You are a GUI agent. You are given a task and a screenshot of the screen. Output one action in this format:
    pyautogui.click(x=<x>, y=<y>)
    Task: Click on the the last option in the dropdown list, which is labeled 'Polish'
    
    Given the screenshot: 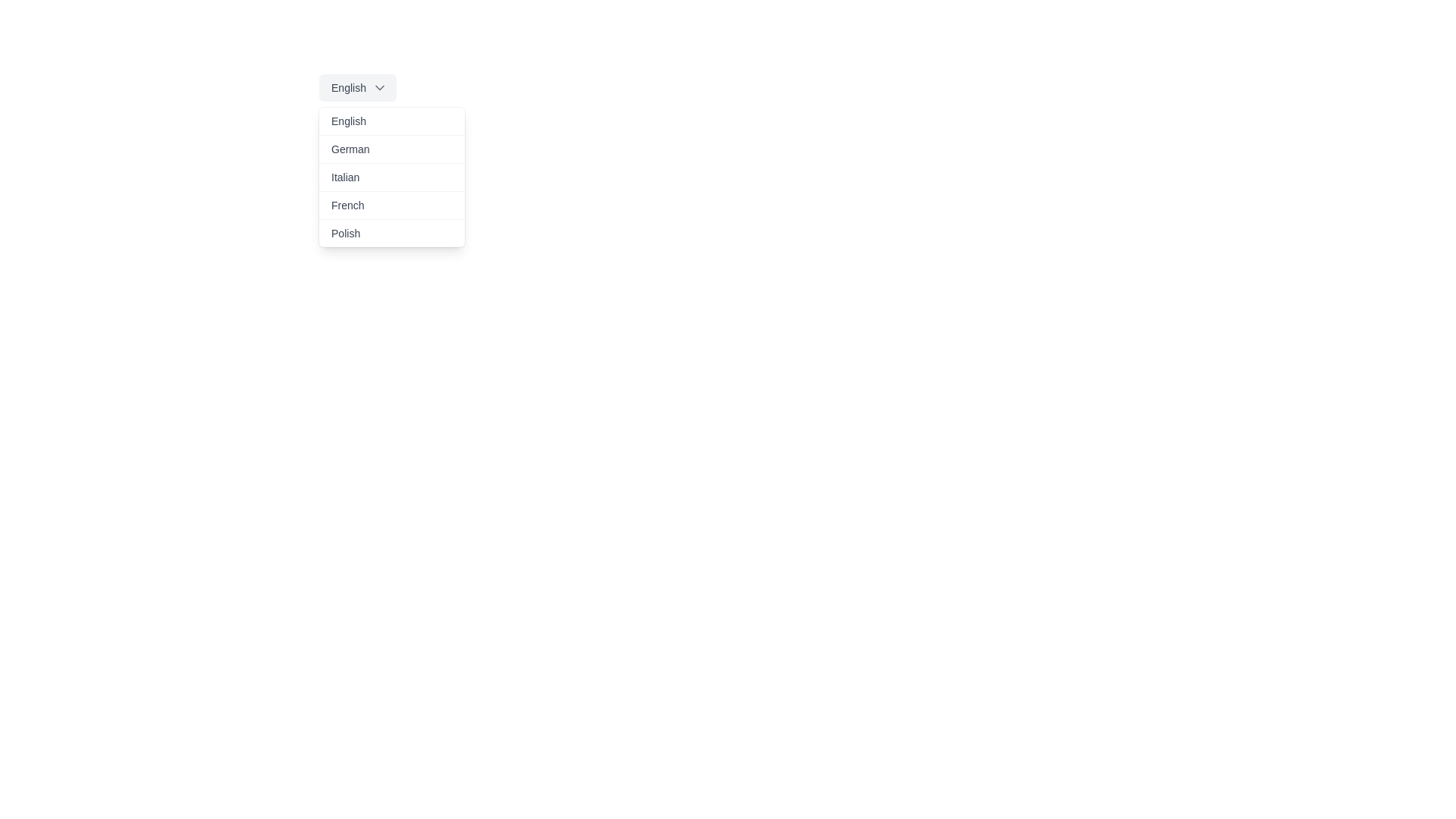 What is the action you would take?
    pyautogui.click(x=356, y=242)
    